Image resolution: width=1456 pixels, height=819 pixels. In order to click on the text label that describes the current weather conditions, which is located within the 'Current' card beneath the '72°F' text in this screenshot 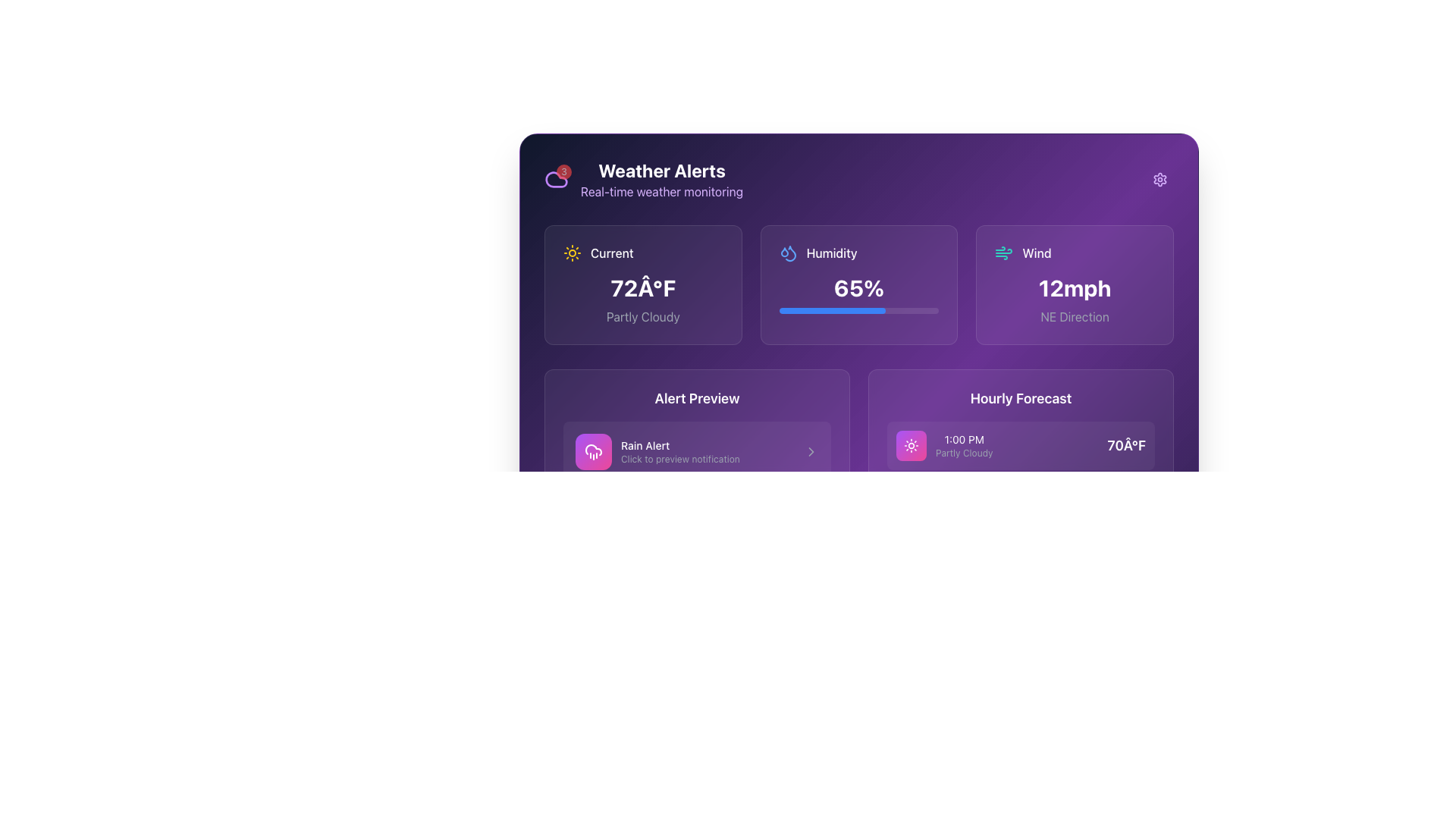, I will do `click(643, 315)`.